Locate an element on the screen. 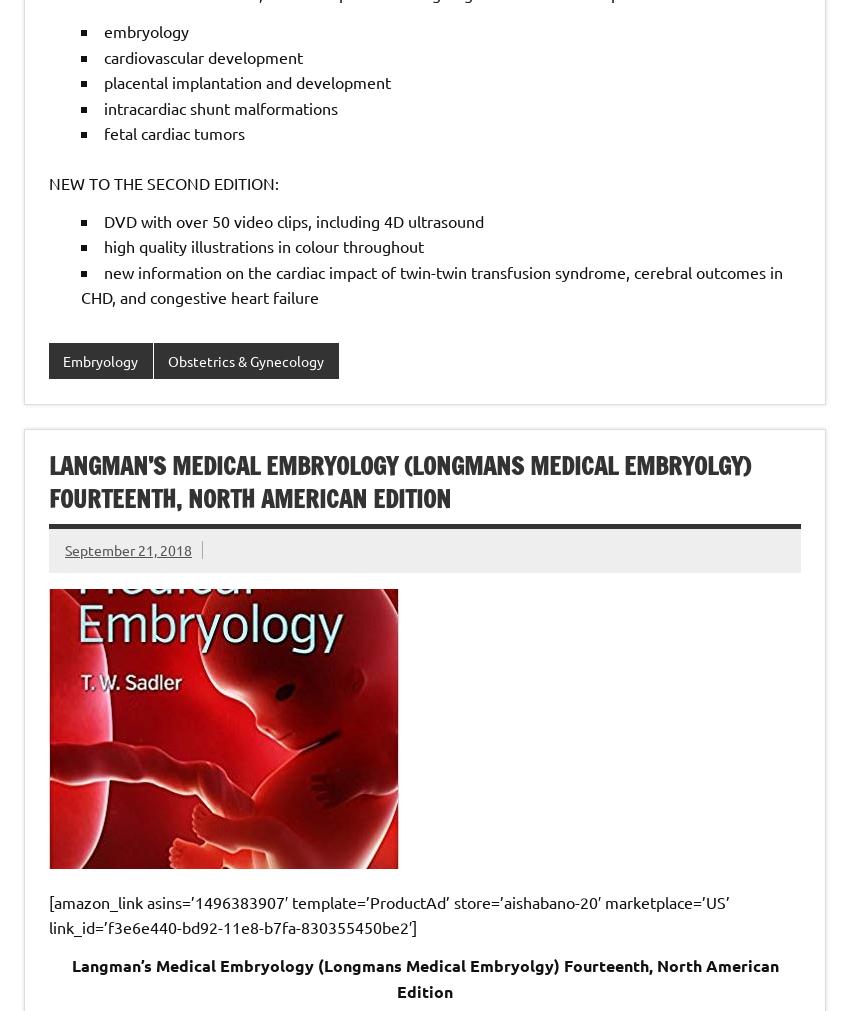 Image resolution: width=850 pixels, height=1011 pixels. 'placental implantation and development' is located at coordinates (247, 80).